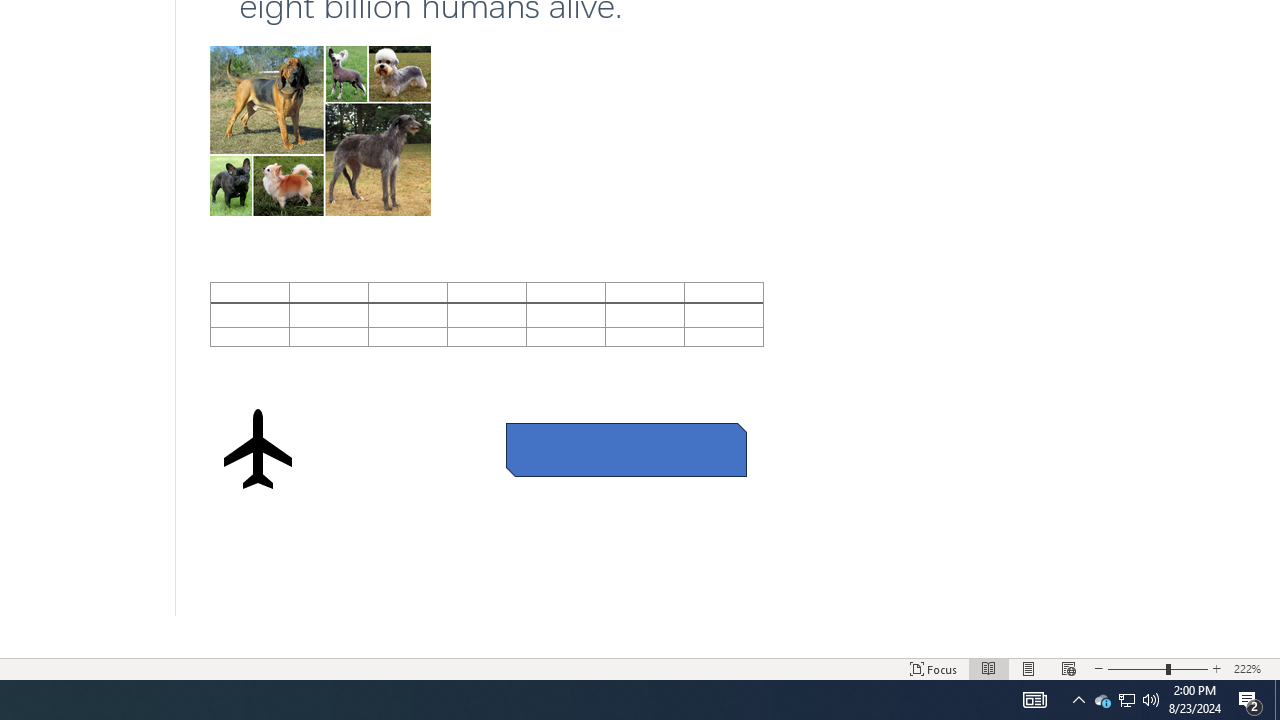 The width and height of the screenshot is (1280, 720). Describe the element at coordinates (625, 450) in the screenshot. I see `'Rectangle: Diagonal Corners Snipped 2'` at that location.